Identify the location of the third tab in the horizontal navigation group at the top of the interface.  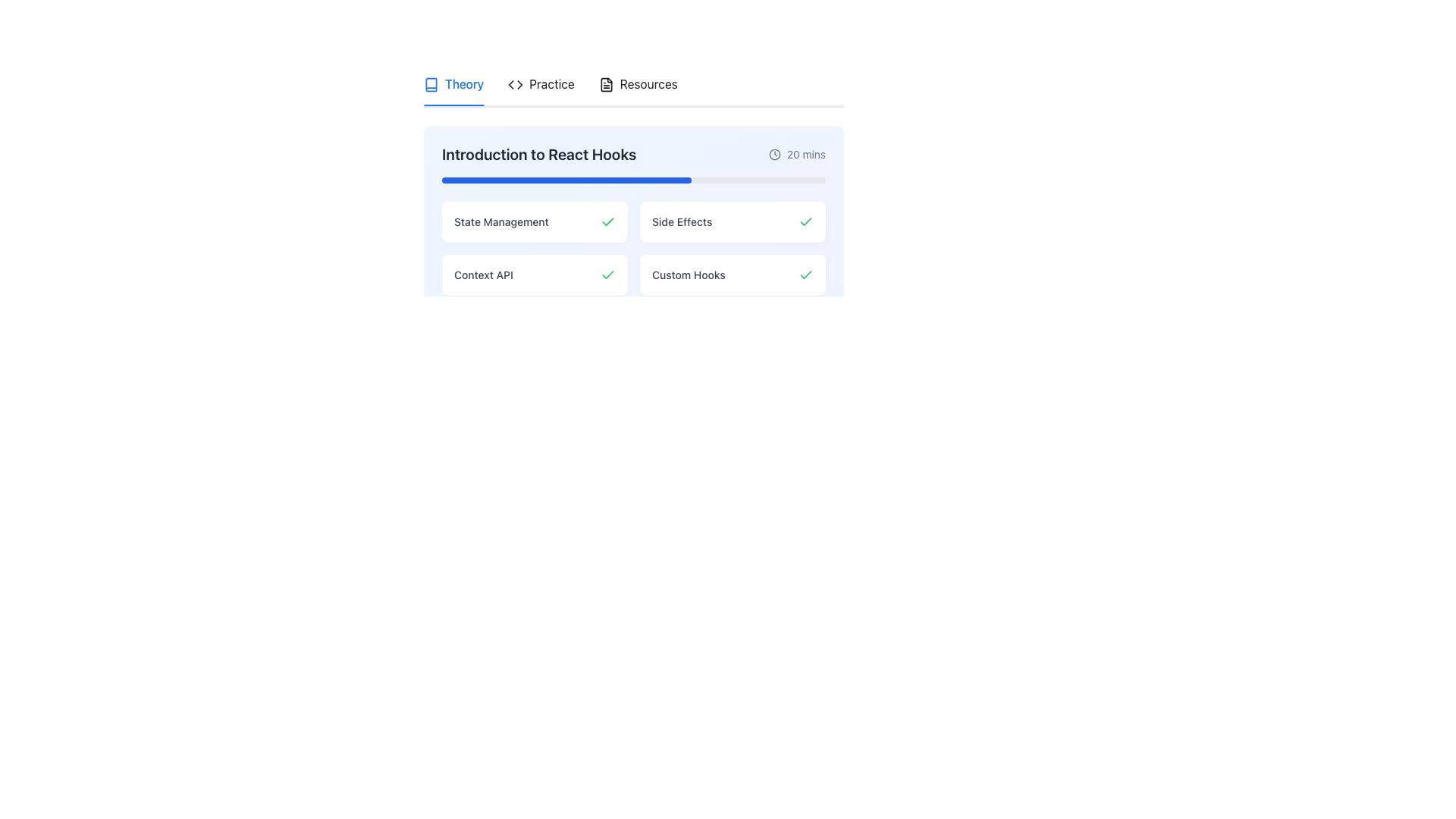
(638, 84).